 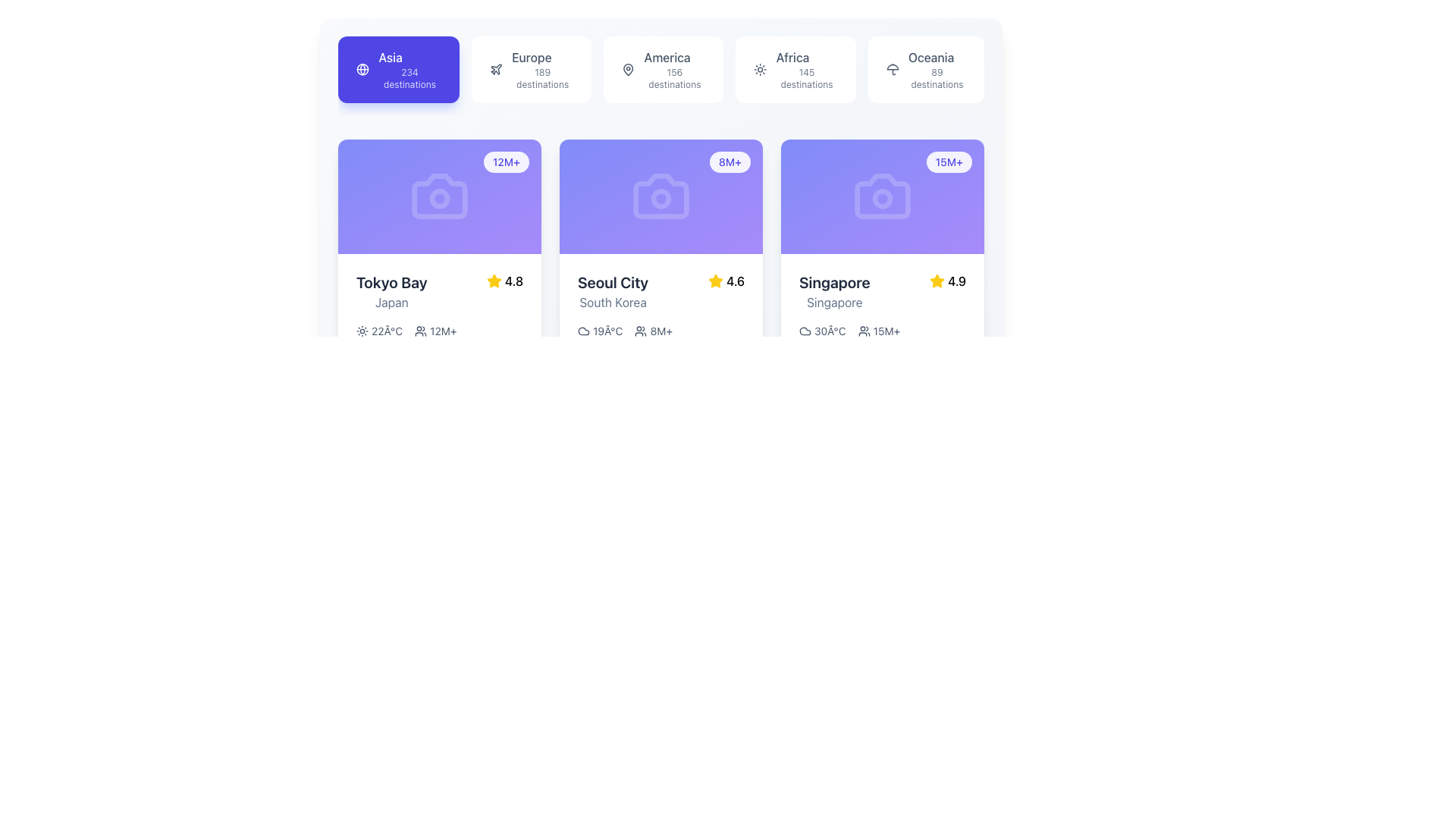 What do you see at coordinates (806, 79) in the screenshot?
I see `the static text label indicating the number of destinations available in the 'Africa' category, positioned below the 'Africa' card title` at bounding box center [806, 79].